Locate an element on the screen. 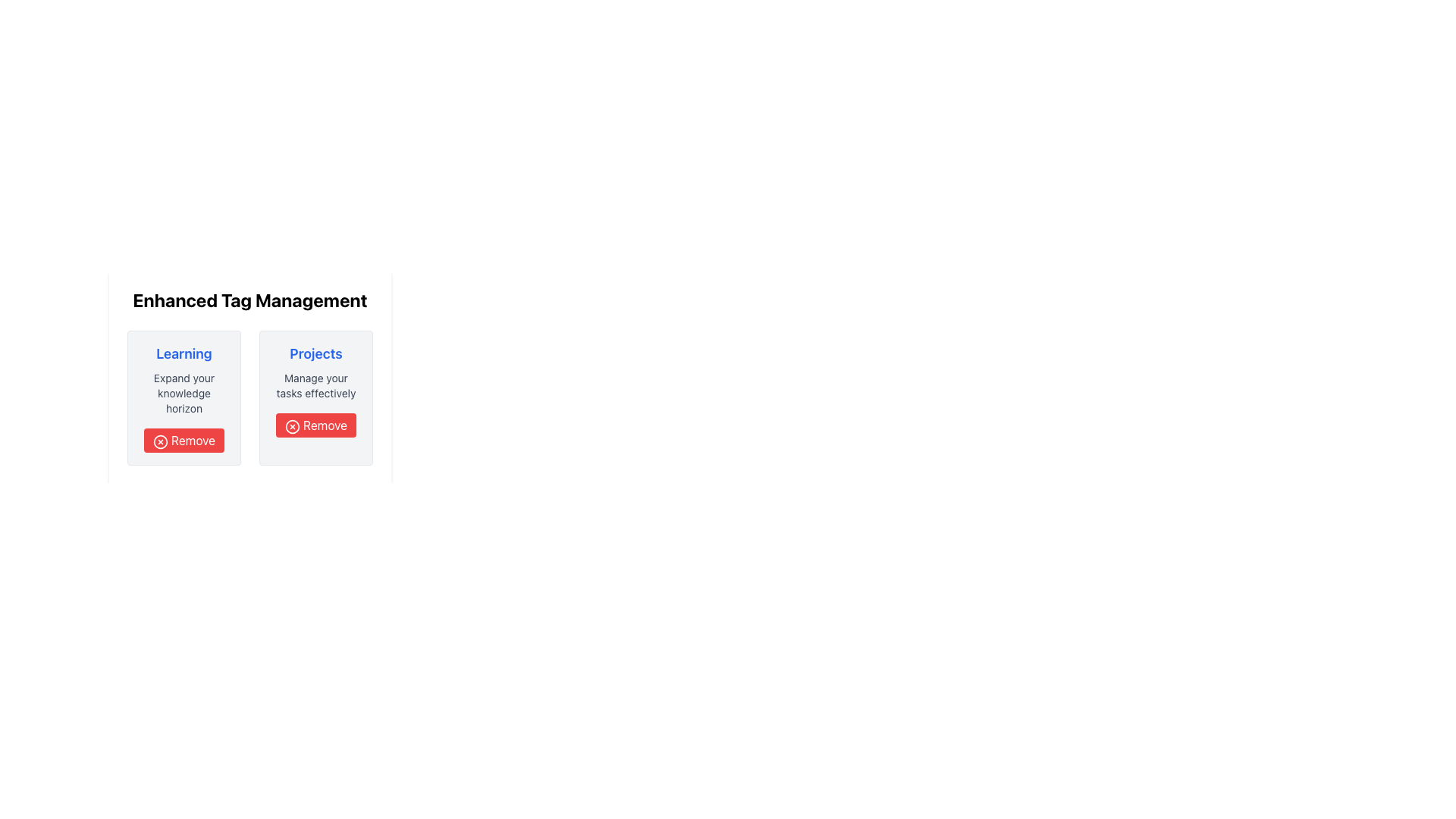  the static text element providing information about the 'Projects' section, located directly below the 'Projects' heading is located at coordinates (315, 385).